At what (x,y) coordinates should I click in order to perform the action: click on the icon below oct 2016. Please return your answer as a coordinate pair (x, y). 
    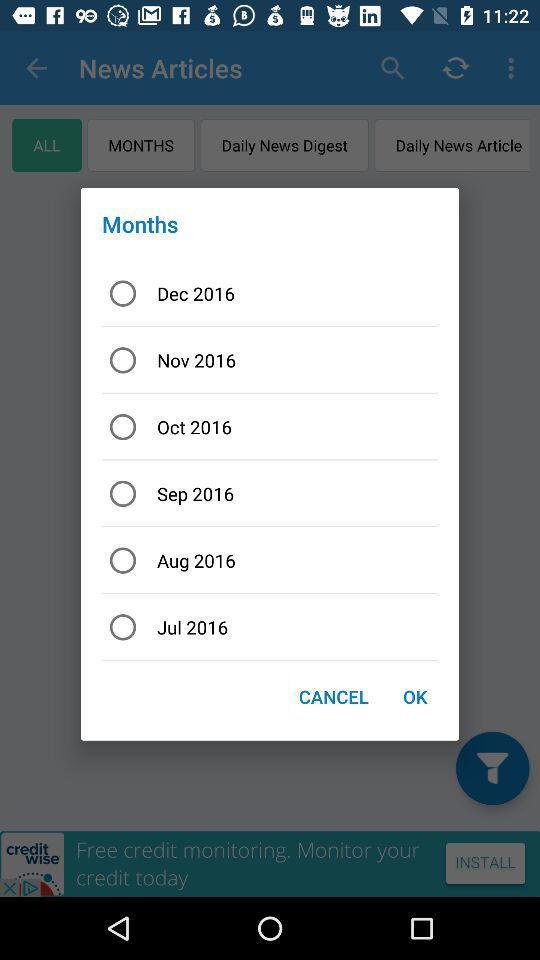
    Looking at the image, I should click on (270, 492).